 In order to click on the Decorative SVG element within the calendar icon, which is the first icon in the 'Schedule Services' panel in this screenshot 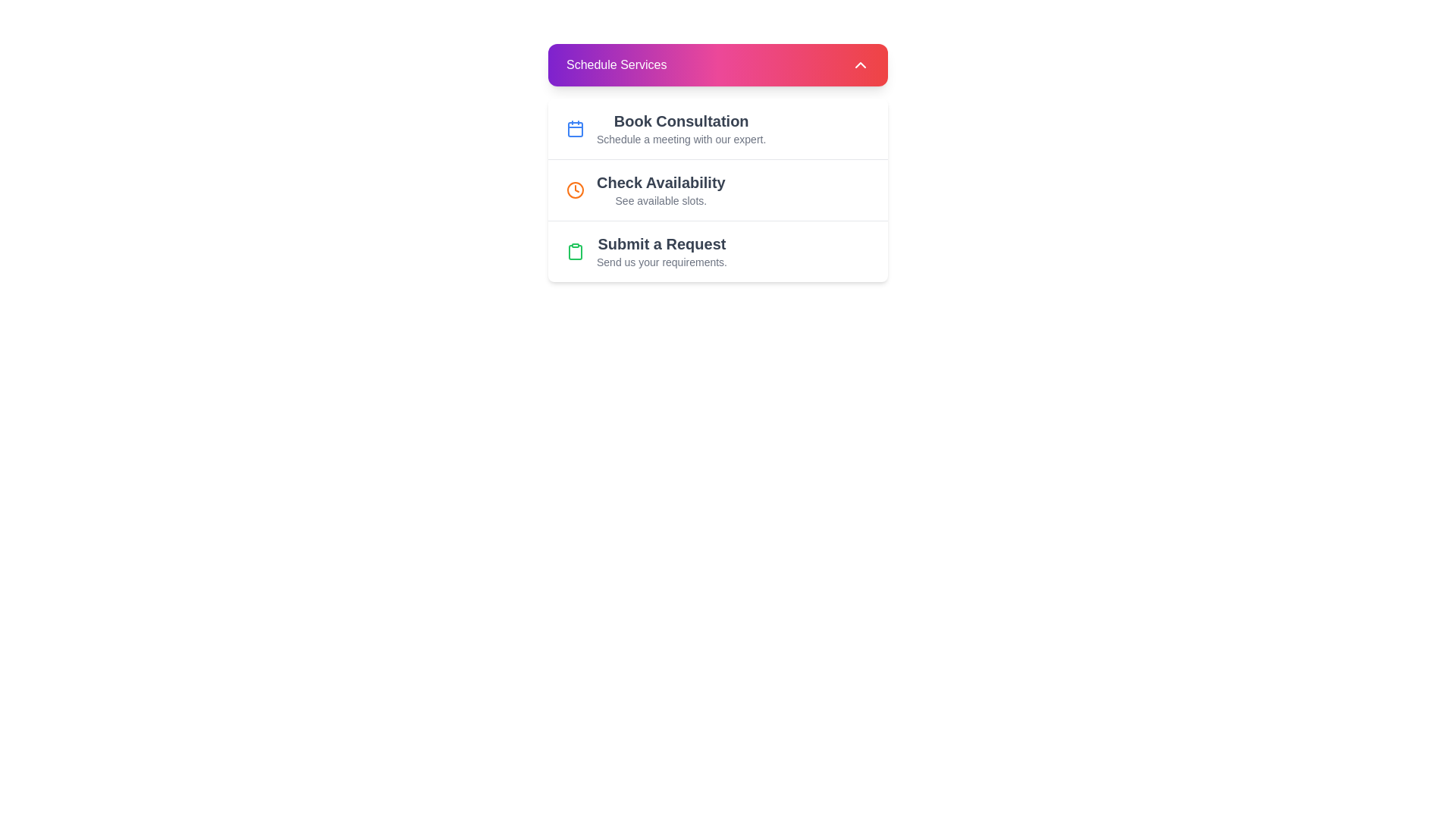, I will do `click(574, 128)`.